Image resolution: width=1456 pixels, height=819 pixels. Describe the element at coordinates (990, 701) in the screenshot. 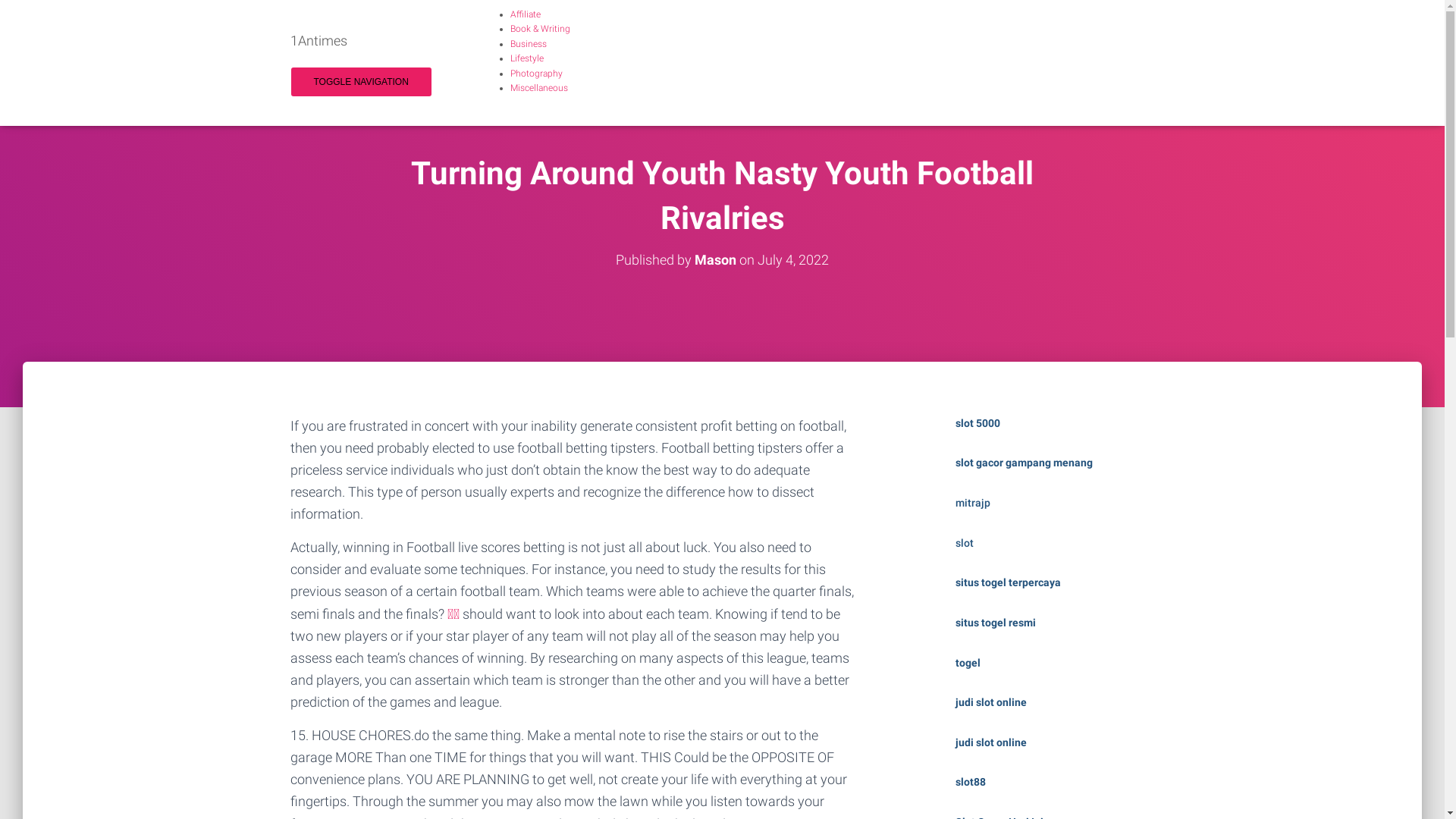

I see `'judi slot online'` at that location.